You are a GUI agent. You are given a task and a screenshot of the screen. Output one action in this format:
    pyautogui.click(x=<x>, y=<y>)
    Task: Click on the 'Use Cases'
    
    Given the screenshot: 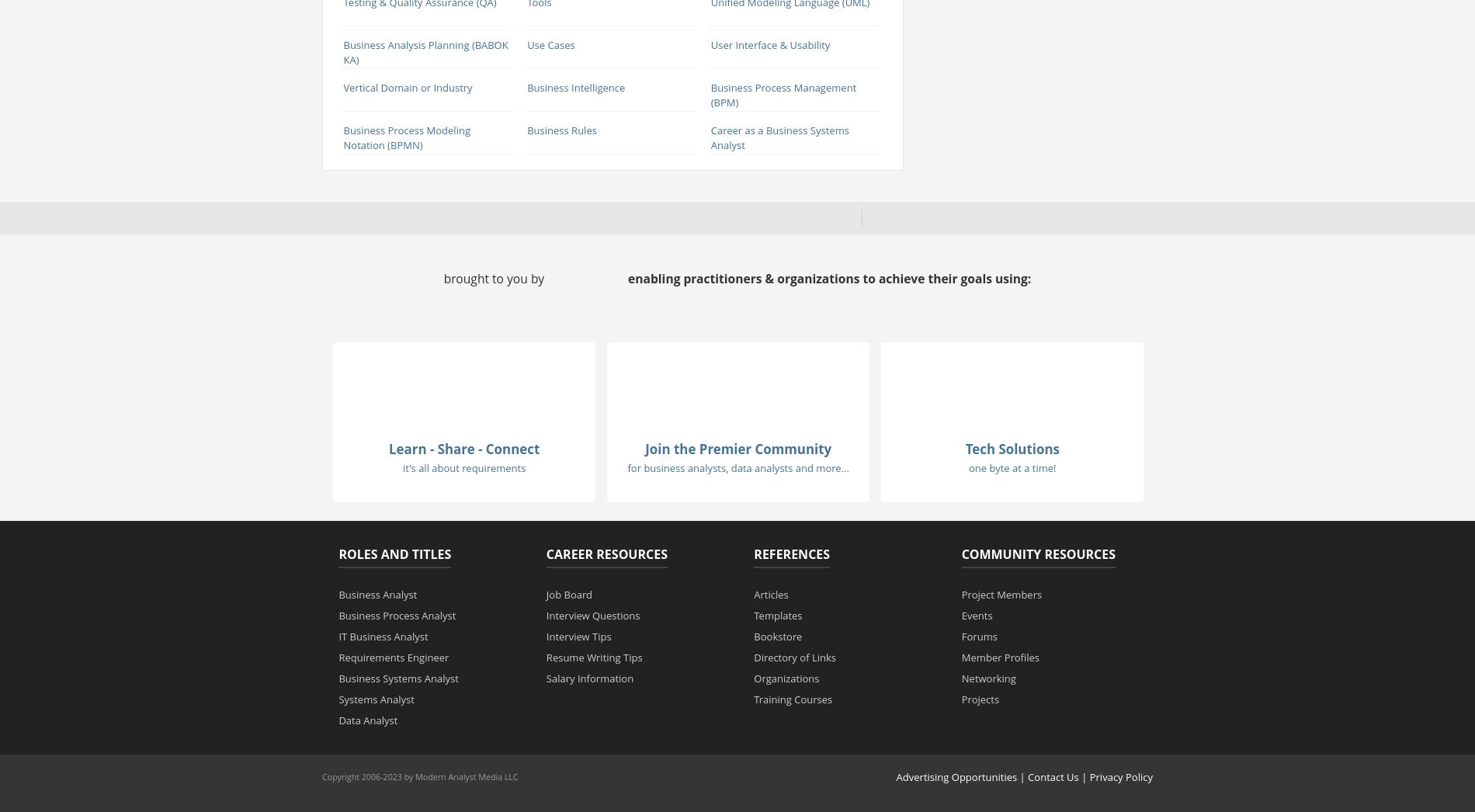 What is the action you would take?
    pyautogui.click(x=550, y=44)
    